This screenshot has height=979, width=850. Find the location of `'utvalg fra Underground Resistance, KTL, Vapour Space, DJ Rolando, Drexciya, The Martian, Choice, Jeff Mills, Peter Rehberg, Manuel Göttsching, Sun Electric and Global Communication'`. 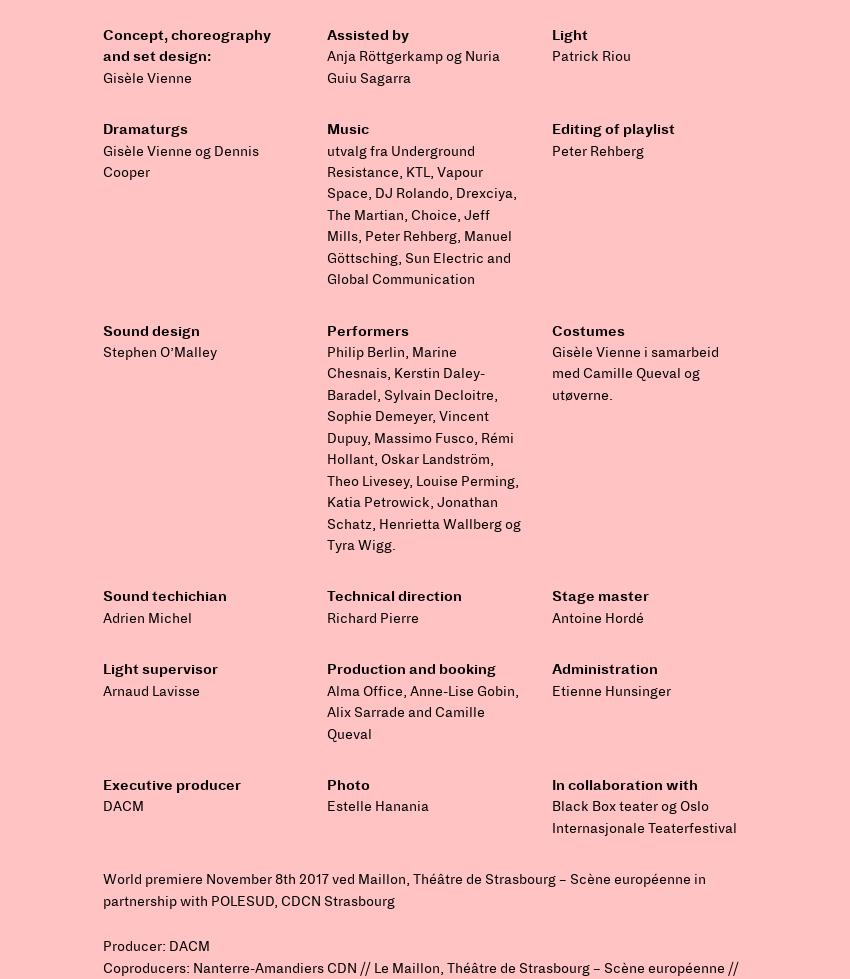

'utvalg fra Underground Resistance, KTL, Vapour Space, DJ Rolando, Drexciya, The Martian, Choice, Jeff Mills, Peter Rehberg, Manuel Göttsching, Sun Electric and Global Communication' is located at coordinates (422, 214).